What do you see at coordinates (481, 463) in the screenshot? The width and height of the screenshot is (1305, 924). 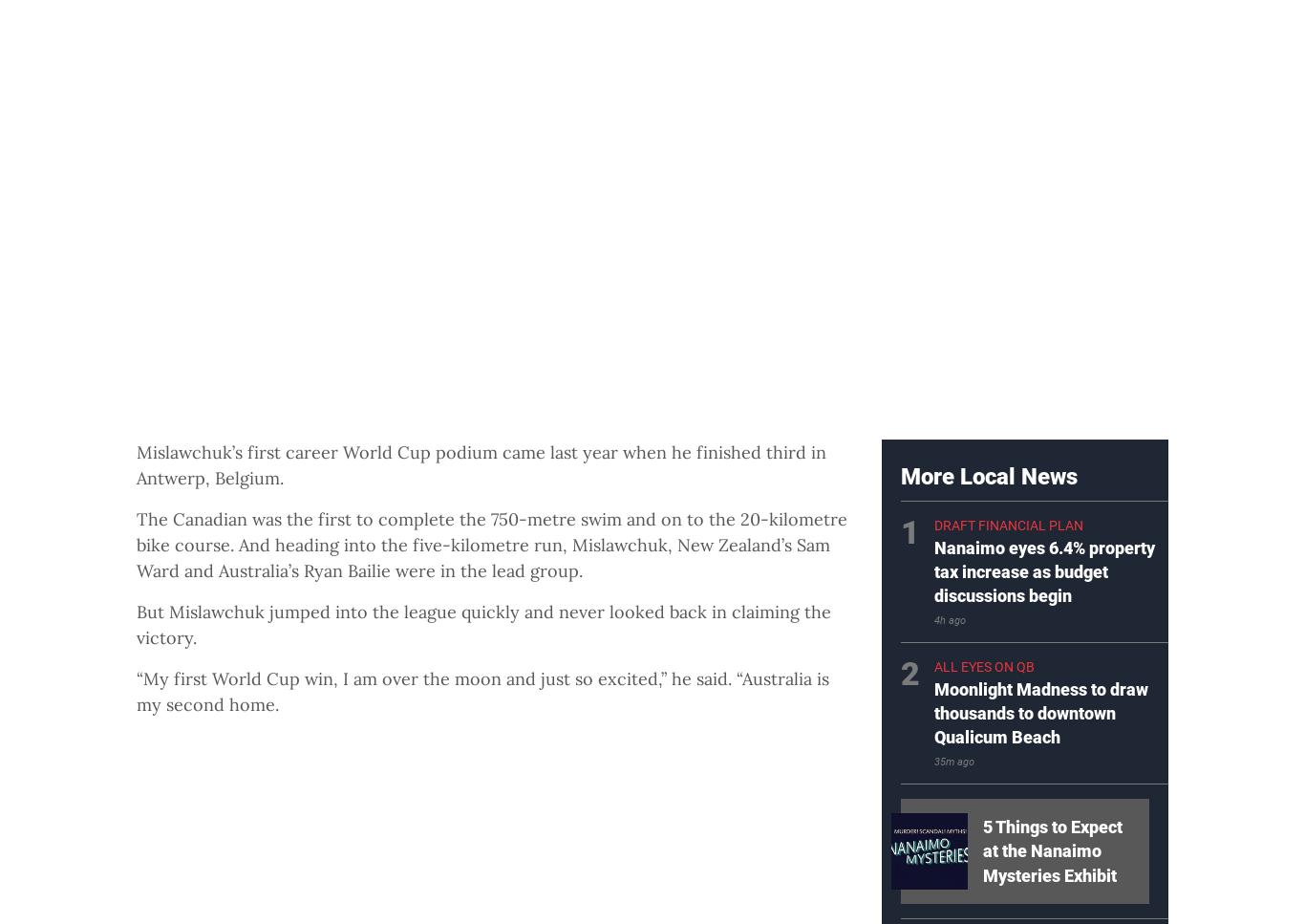 I see `'Mislawchuk’s first career World Cup podium came last year when he finished third in Antwerp, Belgium.'` at bounding box center [481, 463].